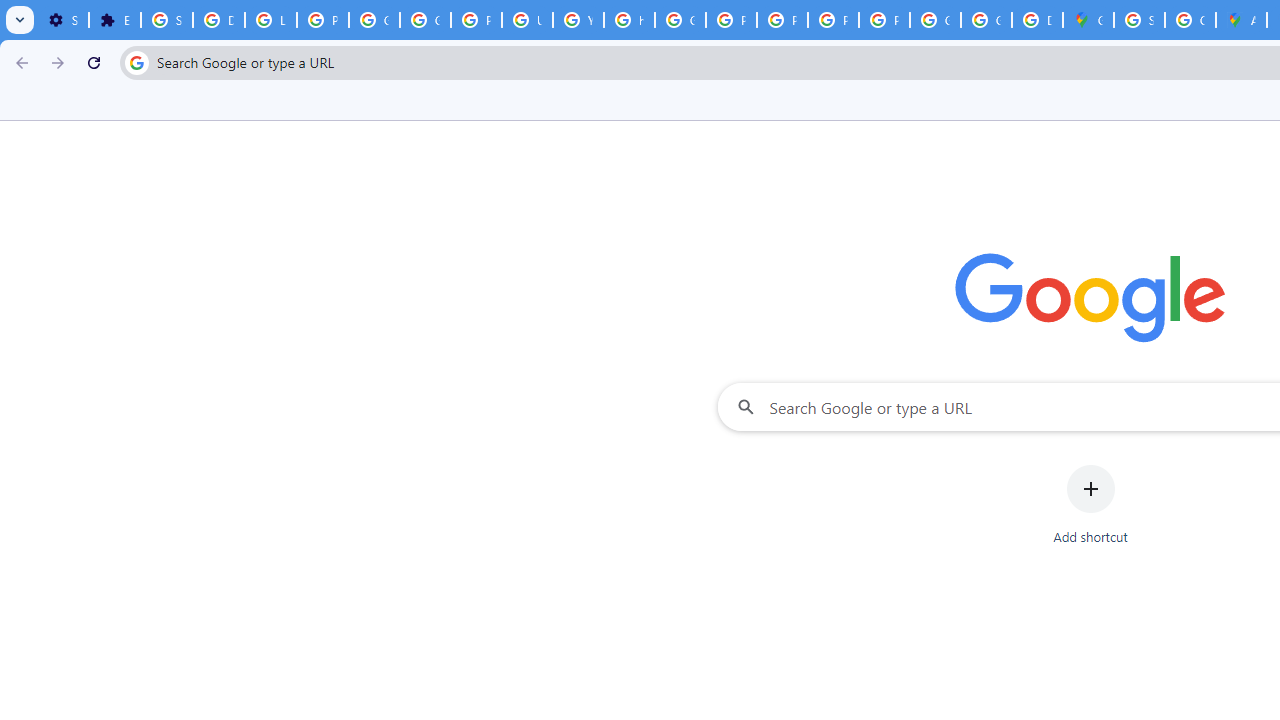 This screenshot has width=1280, height=720. What do you see at coordinates (218, 20) in the screenshot?
I see `'Delete photos & videos - Computer - Google Photos Help'` at bounding box center [218, 20].